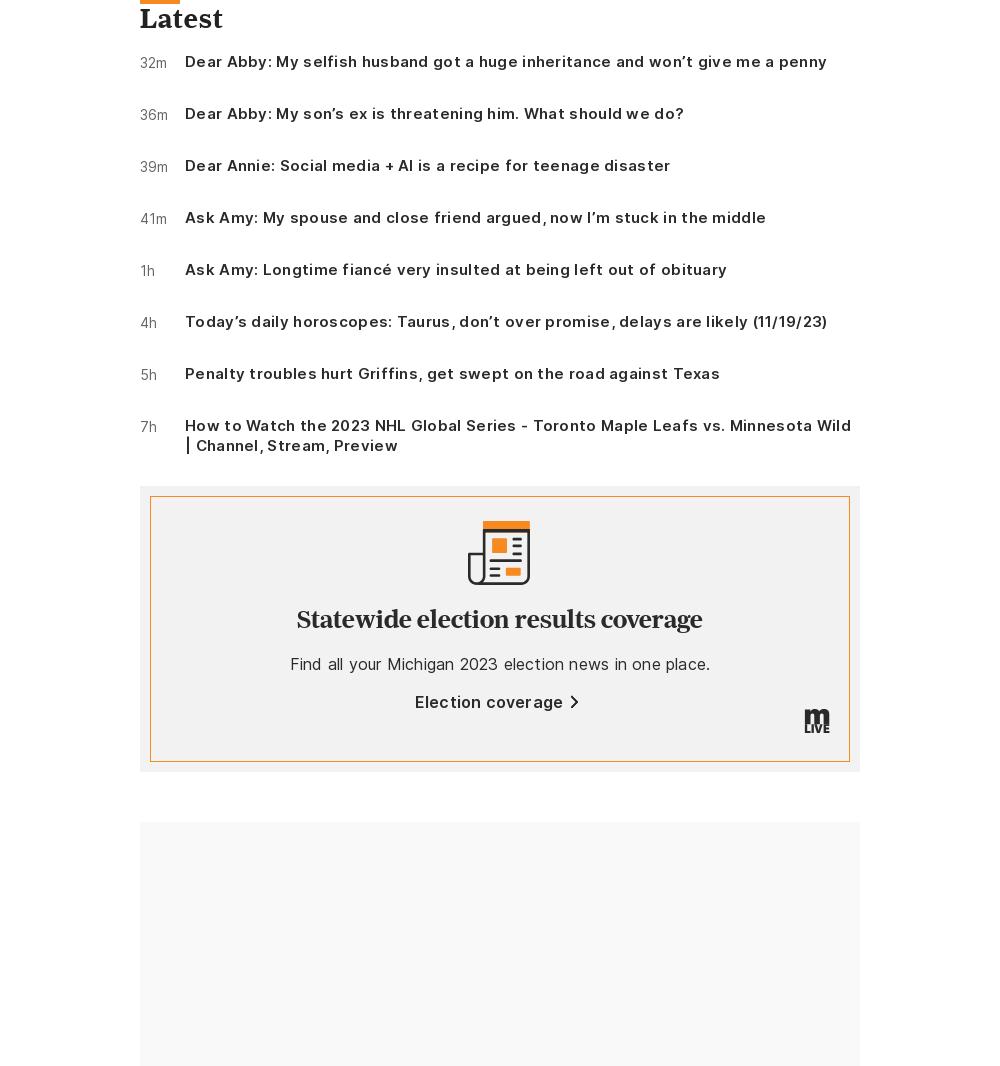  Describe the element at coordinates (487, 700) in the screenshot. I see `'Election coverage'` at that location.